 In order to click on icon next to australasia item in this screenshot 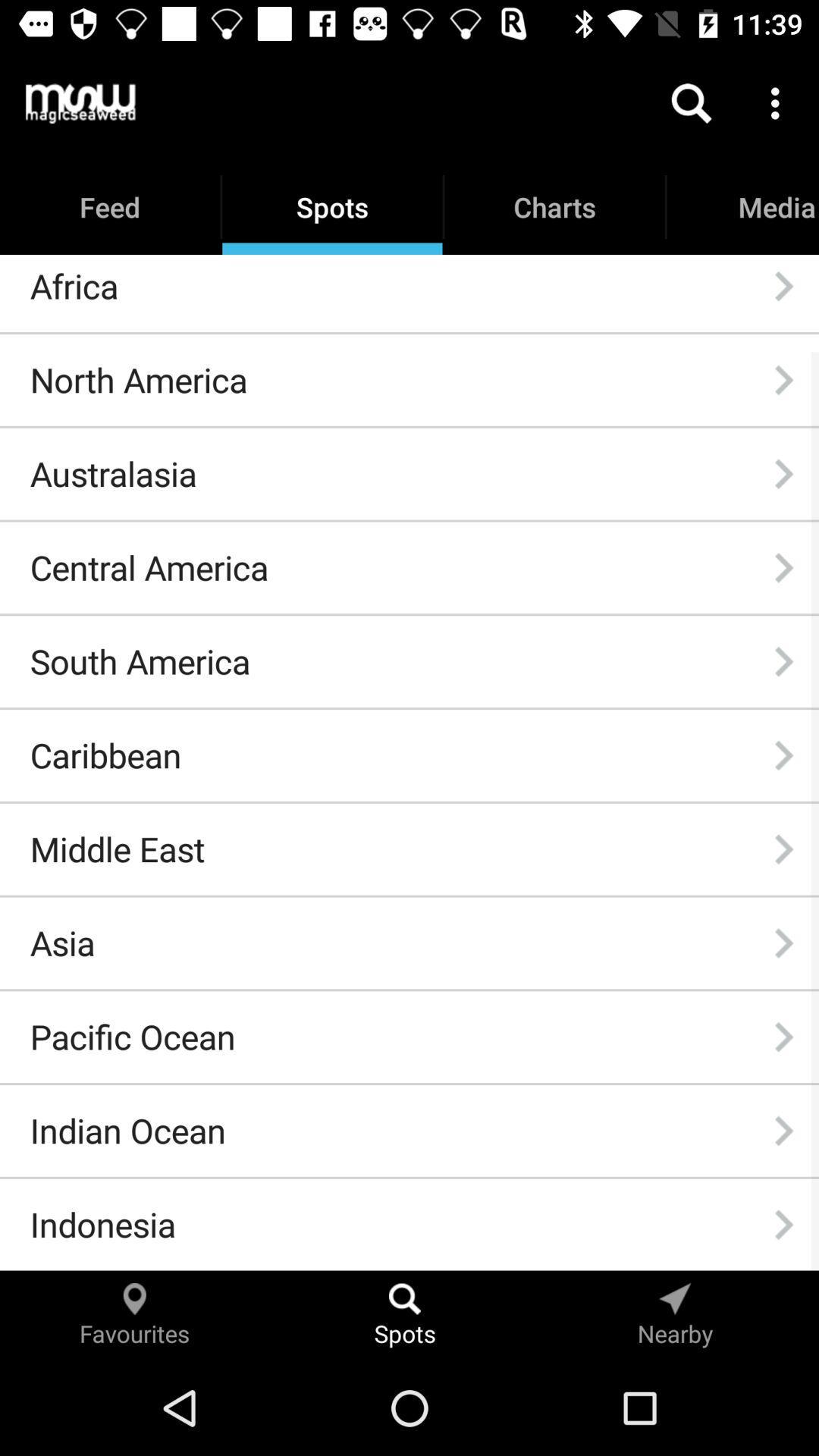, I will do `click(783, 473)`.